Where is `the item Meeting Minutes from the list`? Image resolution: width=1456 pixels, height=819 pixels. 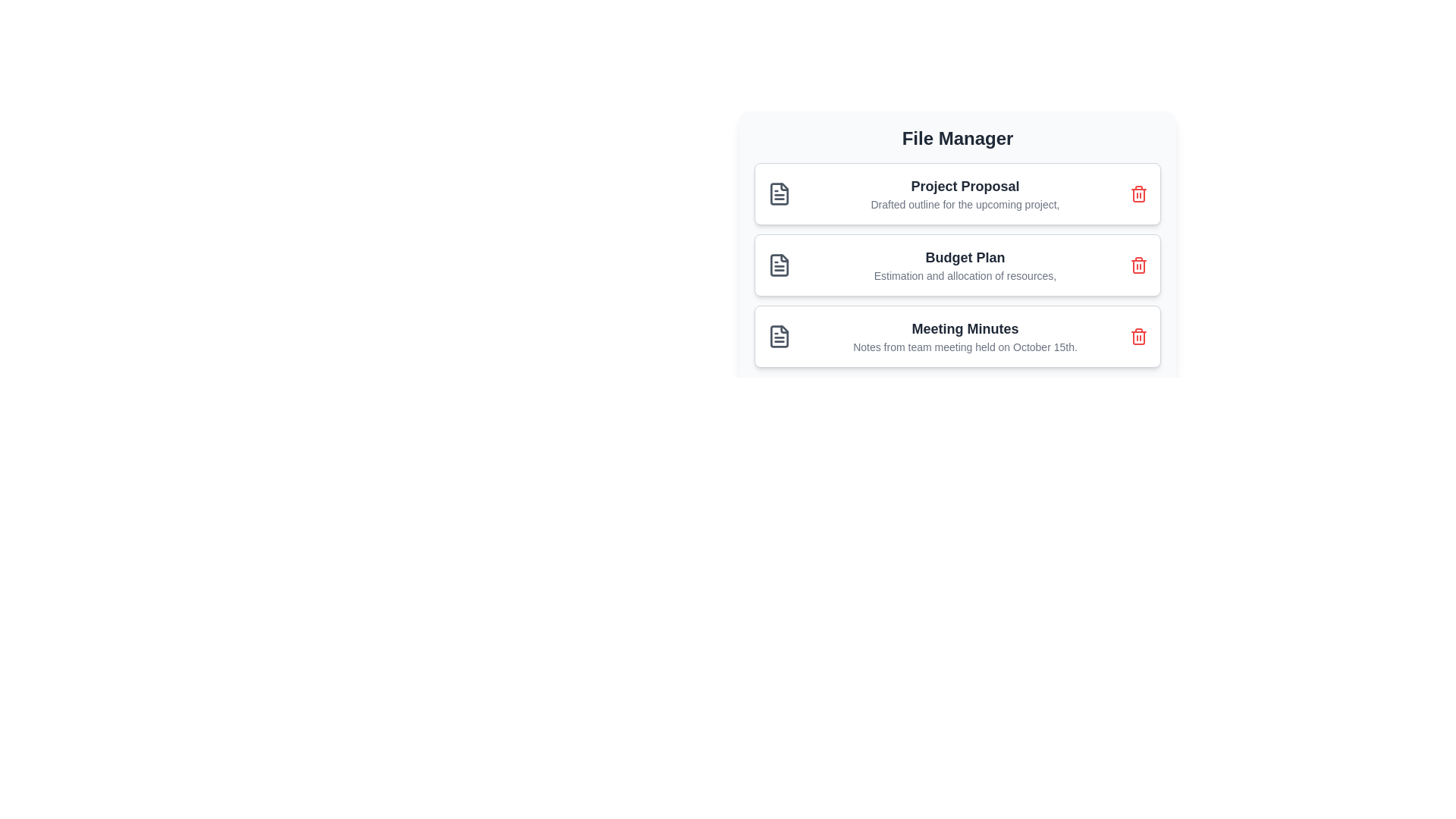
the item Meeting Minutes from the list is located at coordinates (956, 335).